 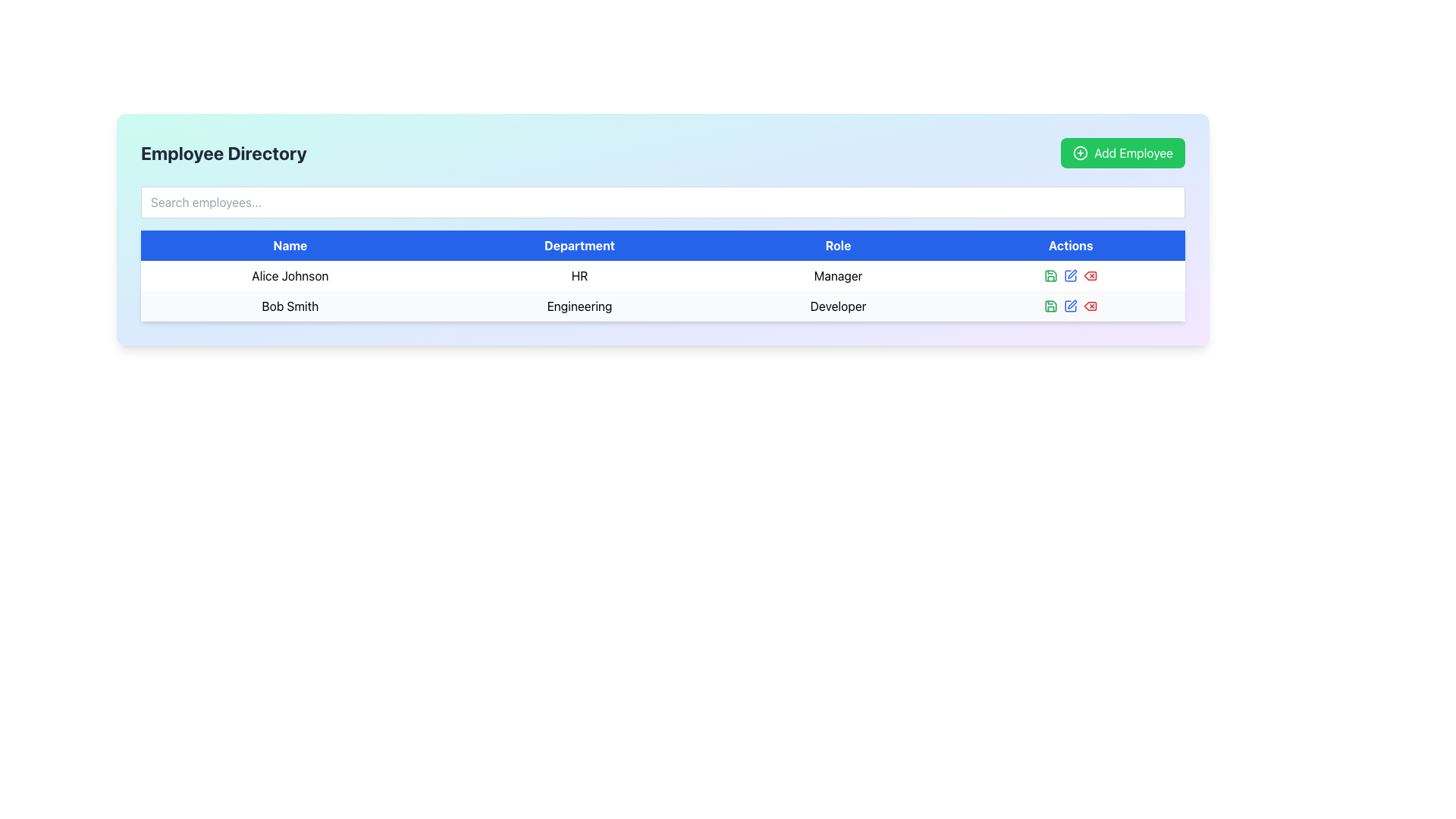 What do you see at coordinates (1072, 274) in the screenshot?
I see `the edit icon, which resembles a pen or pencil, located as the second rightmost icon in the action group for Bob Smith's entry, to initiate the edit action` at bounding box center [1072, 274].